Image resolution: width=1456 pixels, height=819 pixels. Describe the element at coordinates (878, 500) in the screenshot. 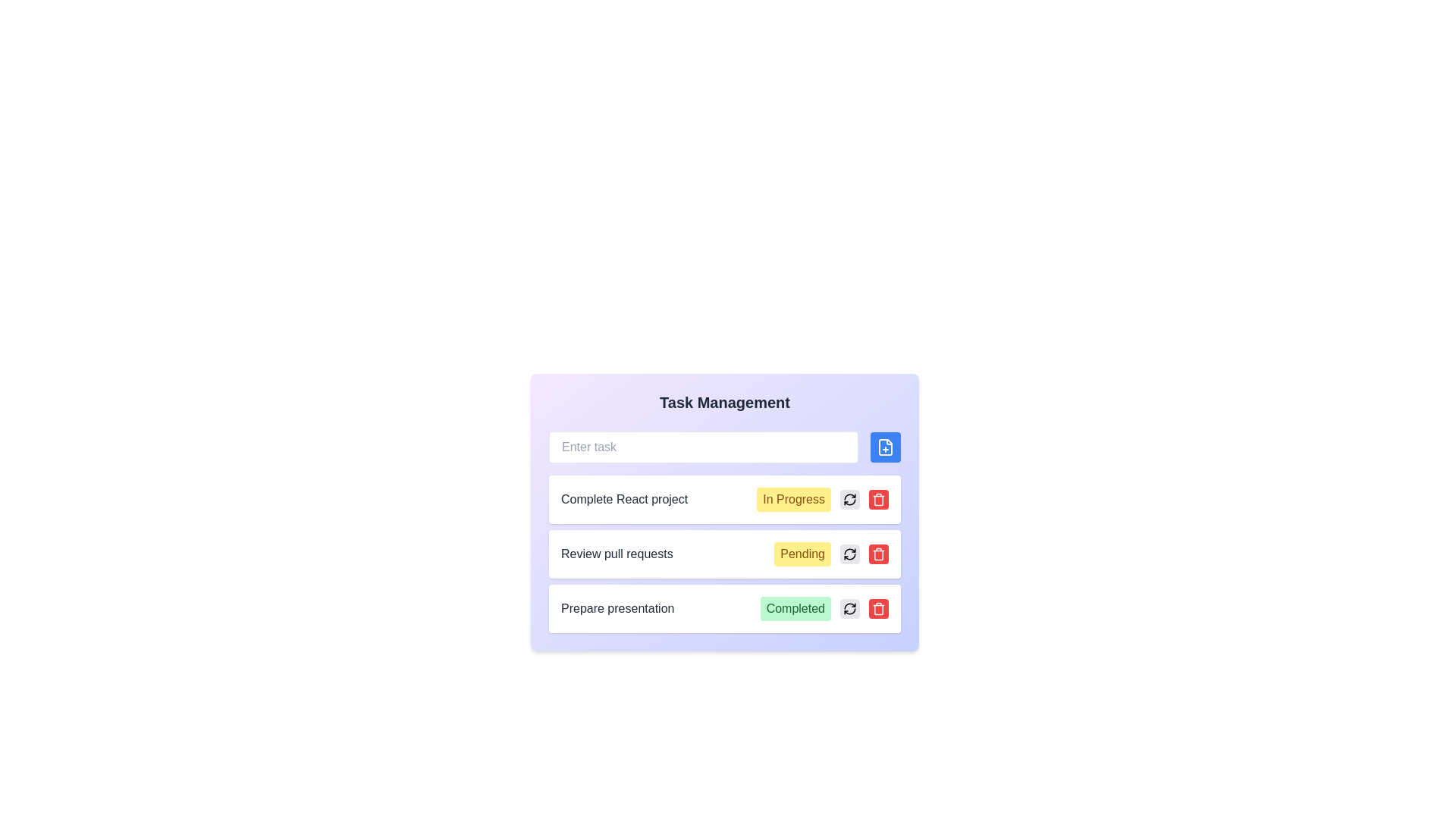

I see `the delete button located at the far right of the 'In Progress' task row` at that location.